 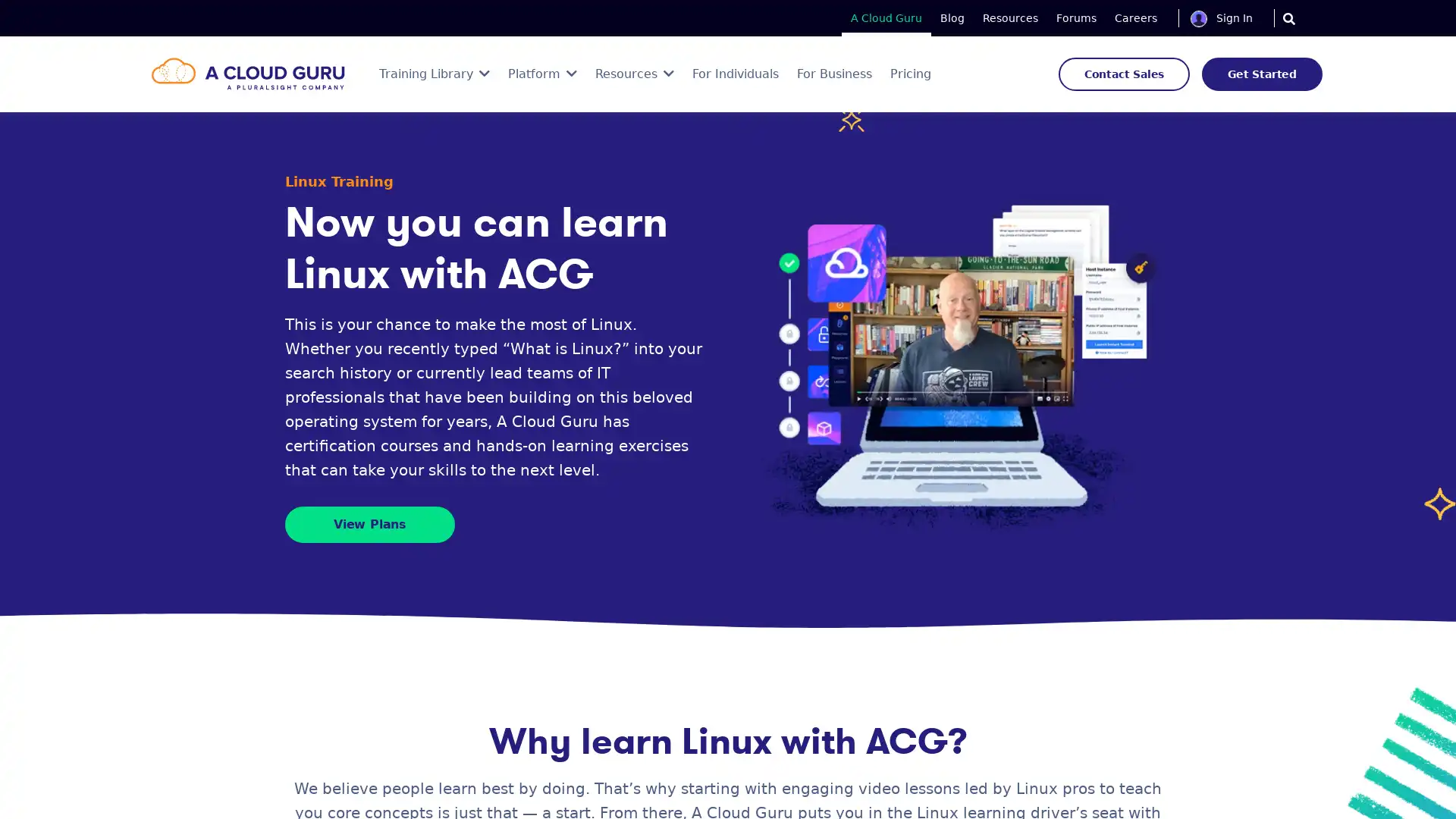 What do you see at coordinates (1032, 786) in the screenshot?
I see `Save Now` at bounding box center [1032, 786].